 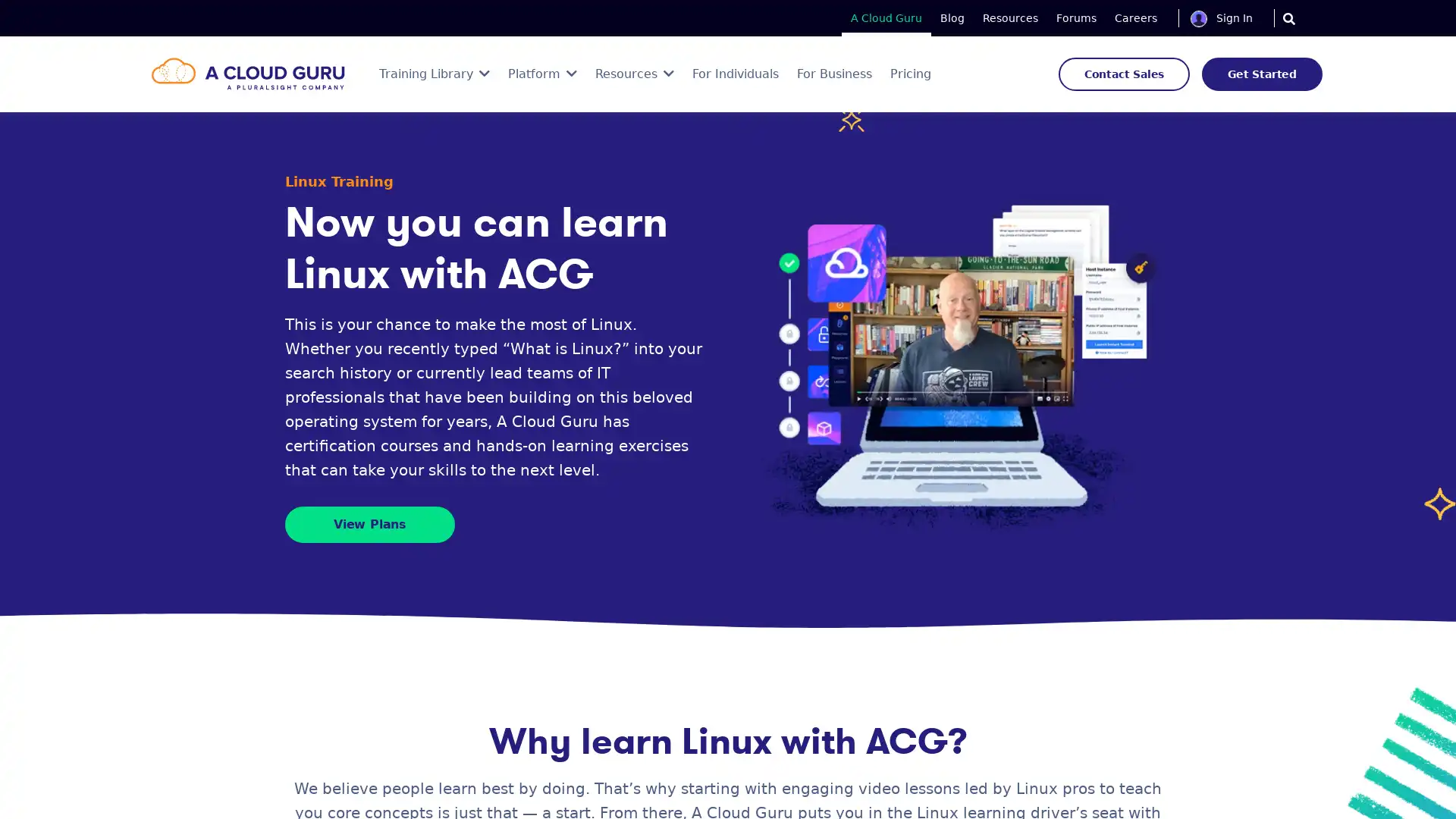 What do you see at coordinates (1032, 786) in the screenshot?
I see `Save Now` at bounding box center [1032, 786].